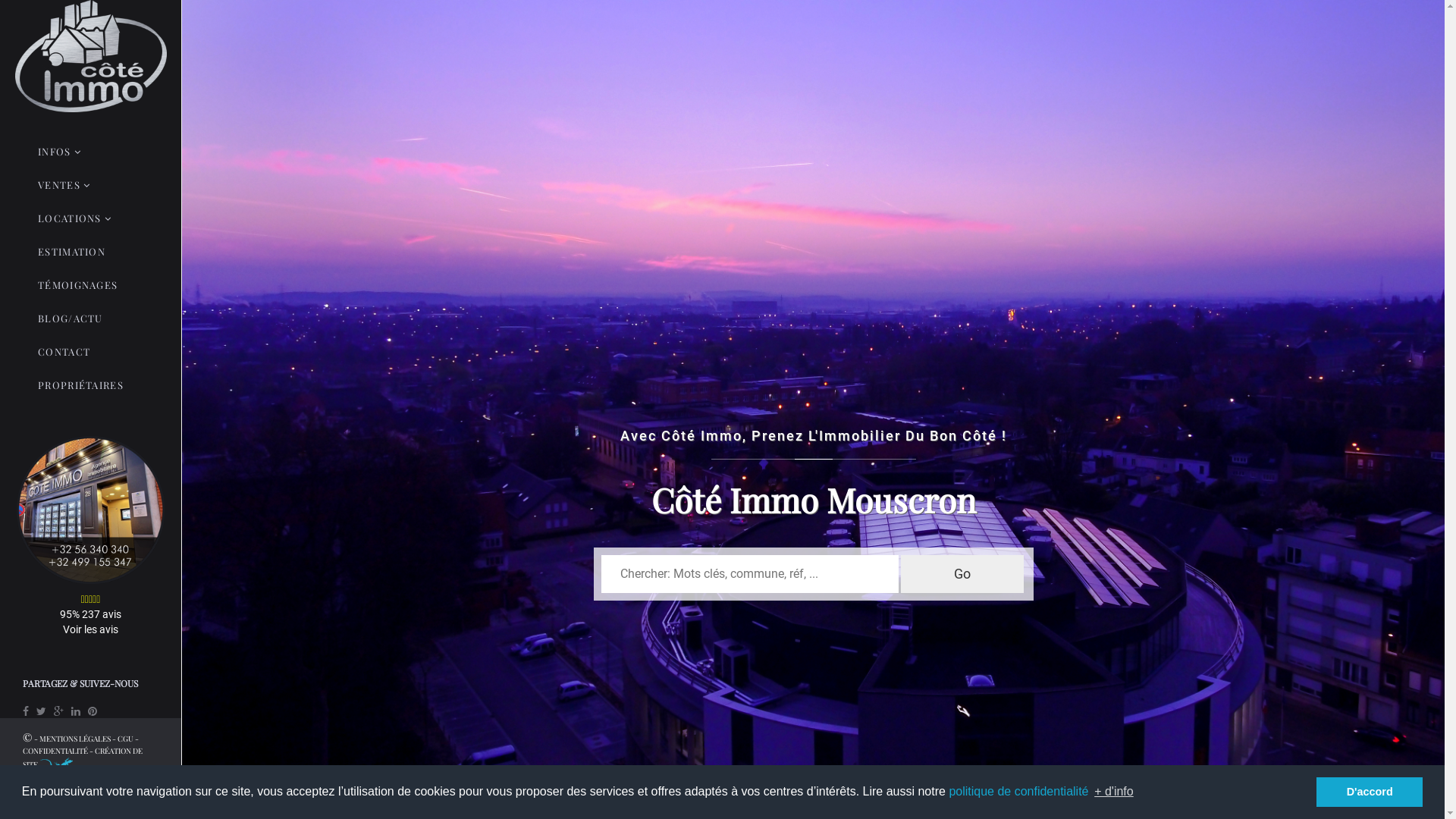 Image resolution: width=1456 pixels, height=819 pixels. I want to click on 'CGU', so click(125, 738).